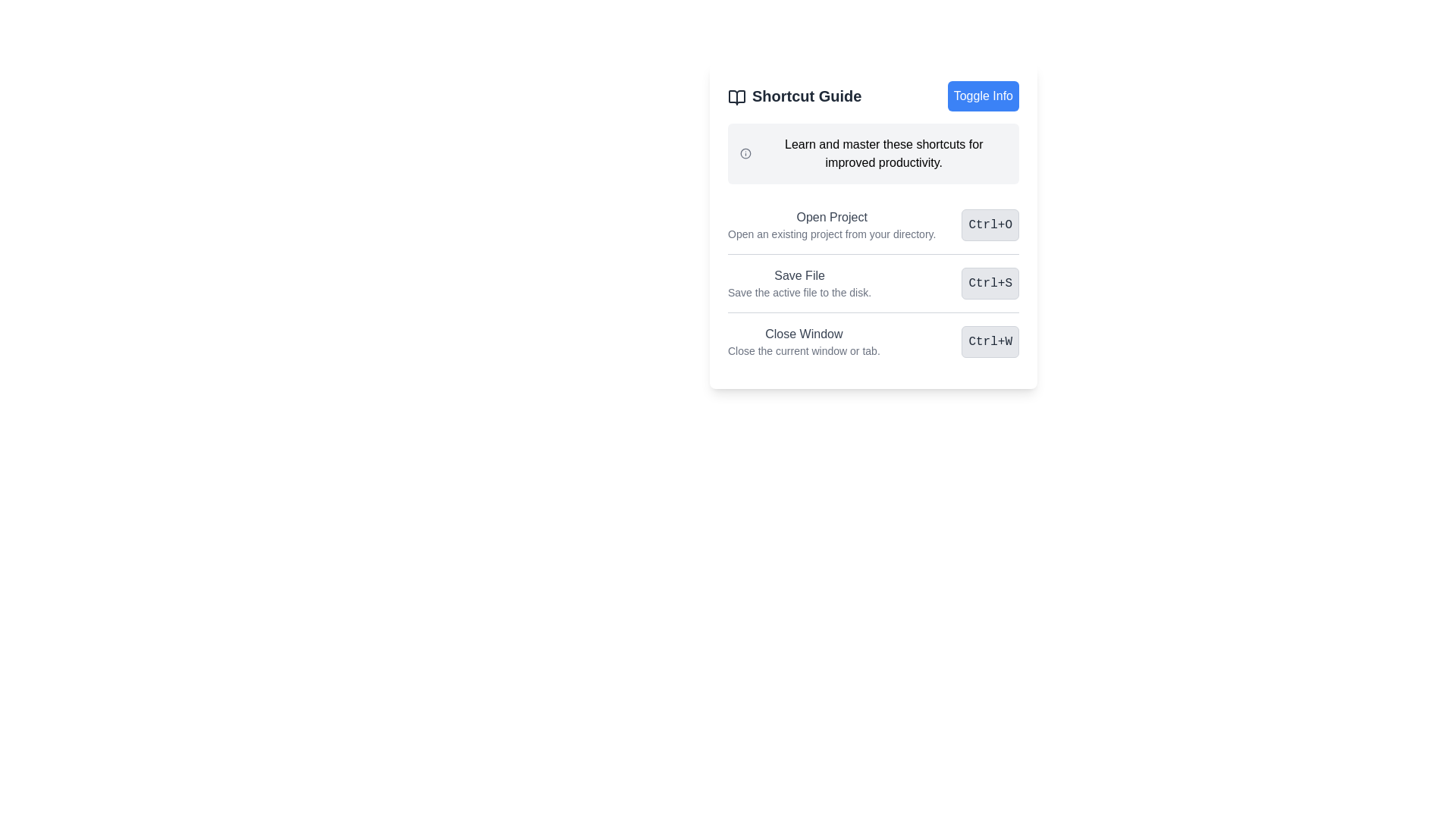 The image size is (1456, 819). I want to click on displayed shortcut information from the Text Label with Keybinding Indicator indicating 'Ctrl+O' which is positioned beneath the productivity tips and above the 'Save File' option, so click(874, 225).